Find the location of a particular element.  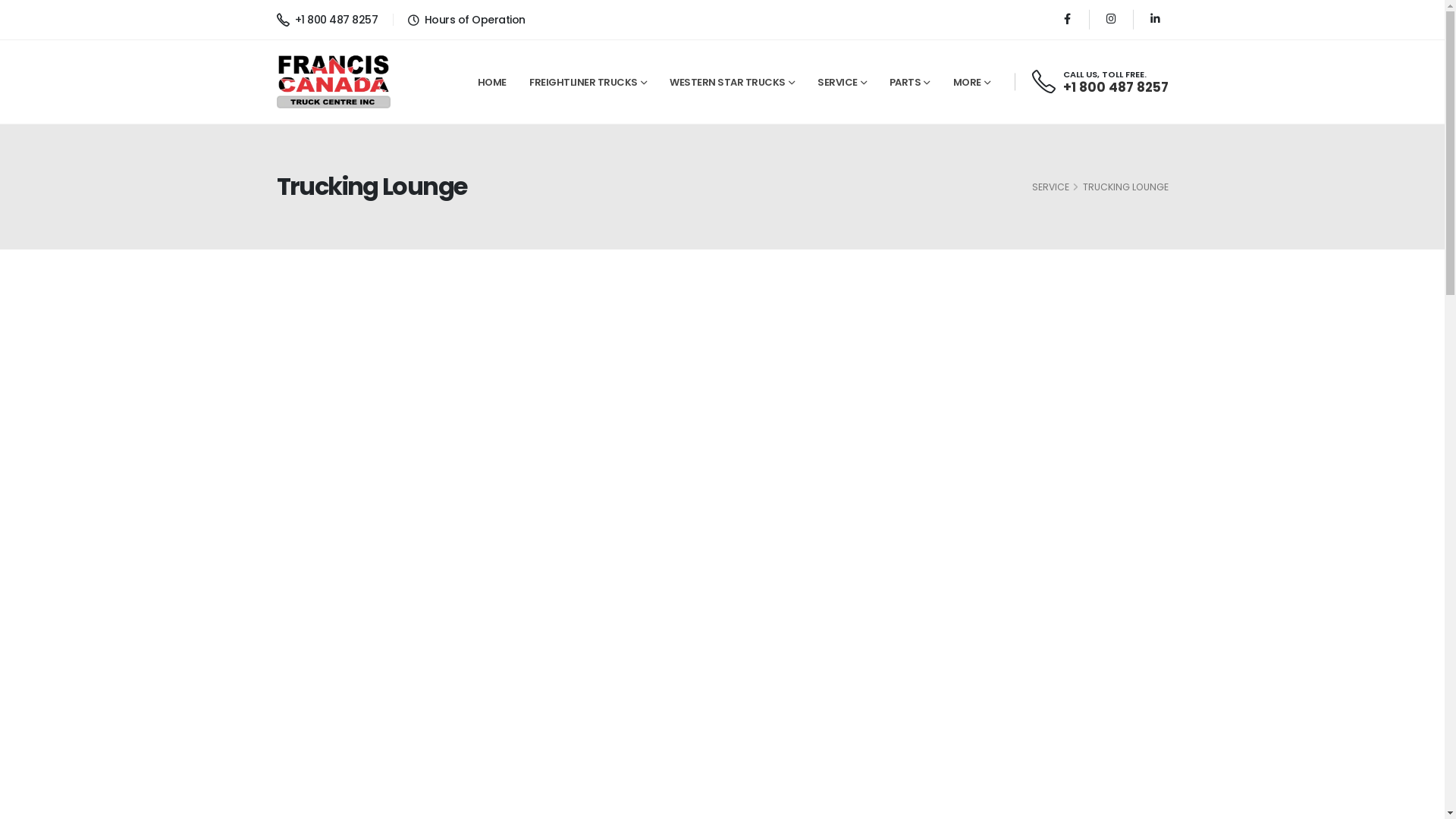

'Instagram' is located at coordinates (1098, 19).